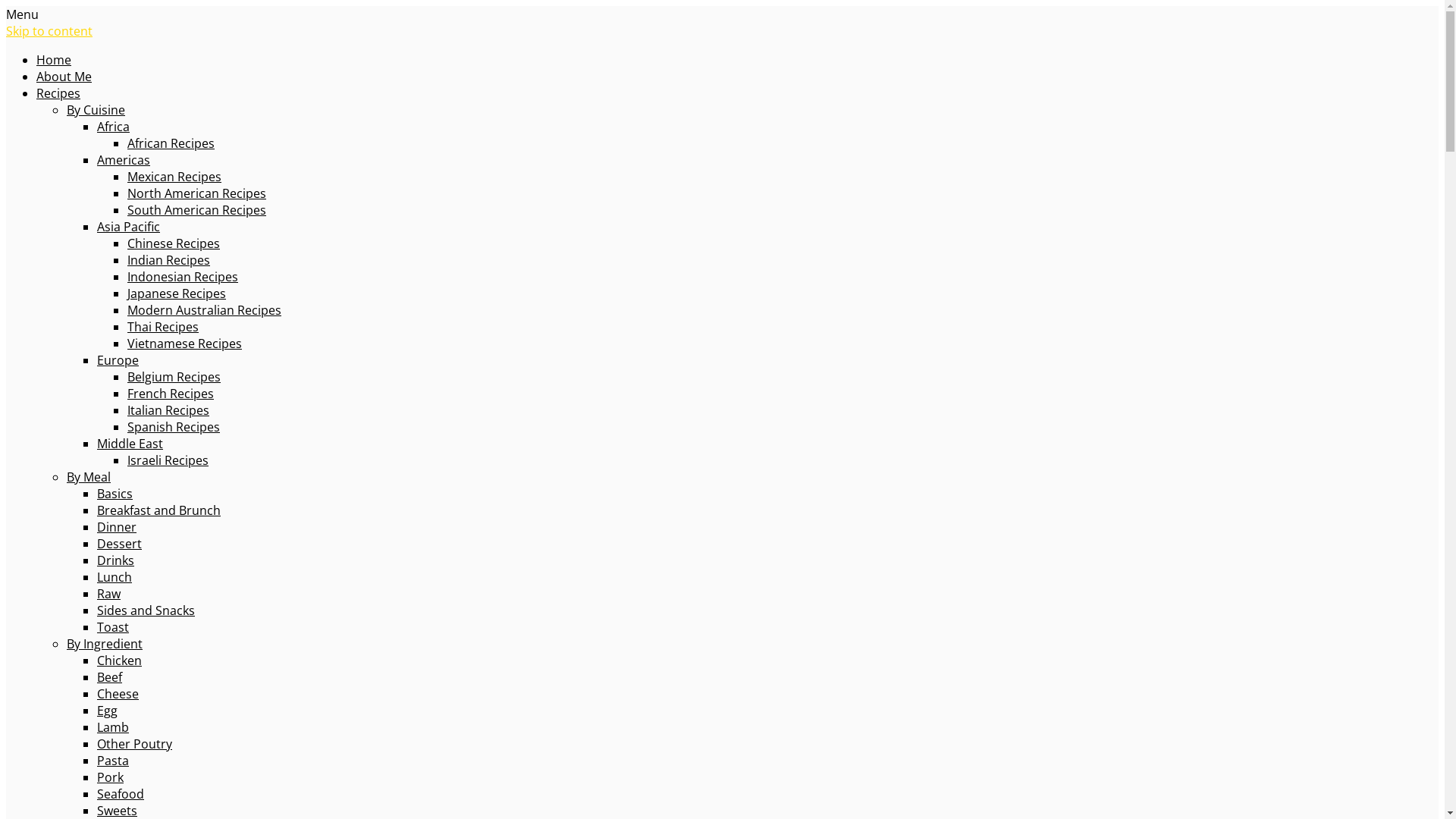  What do you see at coordinates (118, 660) in the screenshot?
I see `'Chicken'` at bounding box center [118, 660].